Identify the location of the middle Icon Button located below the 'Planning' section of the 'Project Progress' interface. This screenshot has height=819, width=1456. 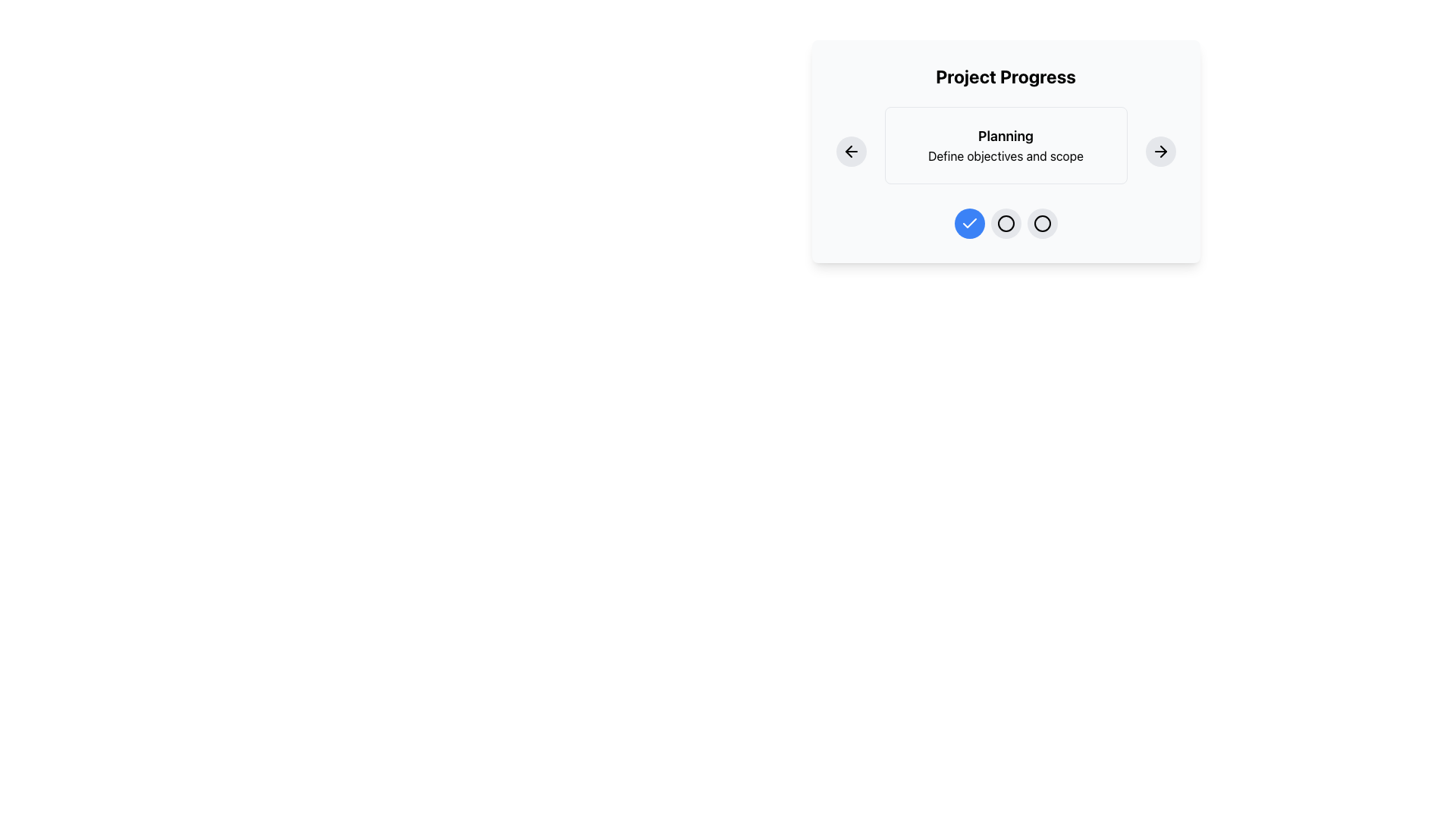
(1006, 223).